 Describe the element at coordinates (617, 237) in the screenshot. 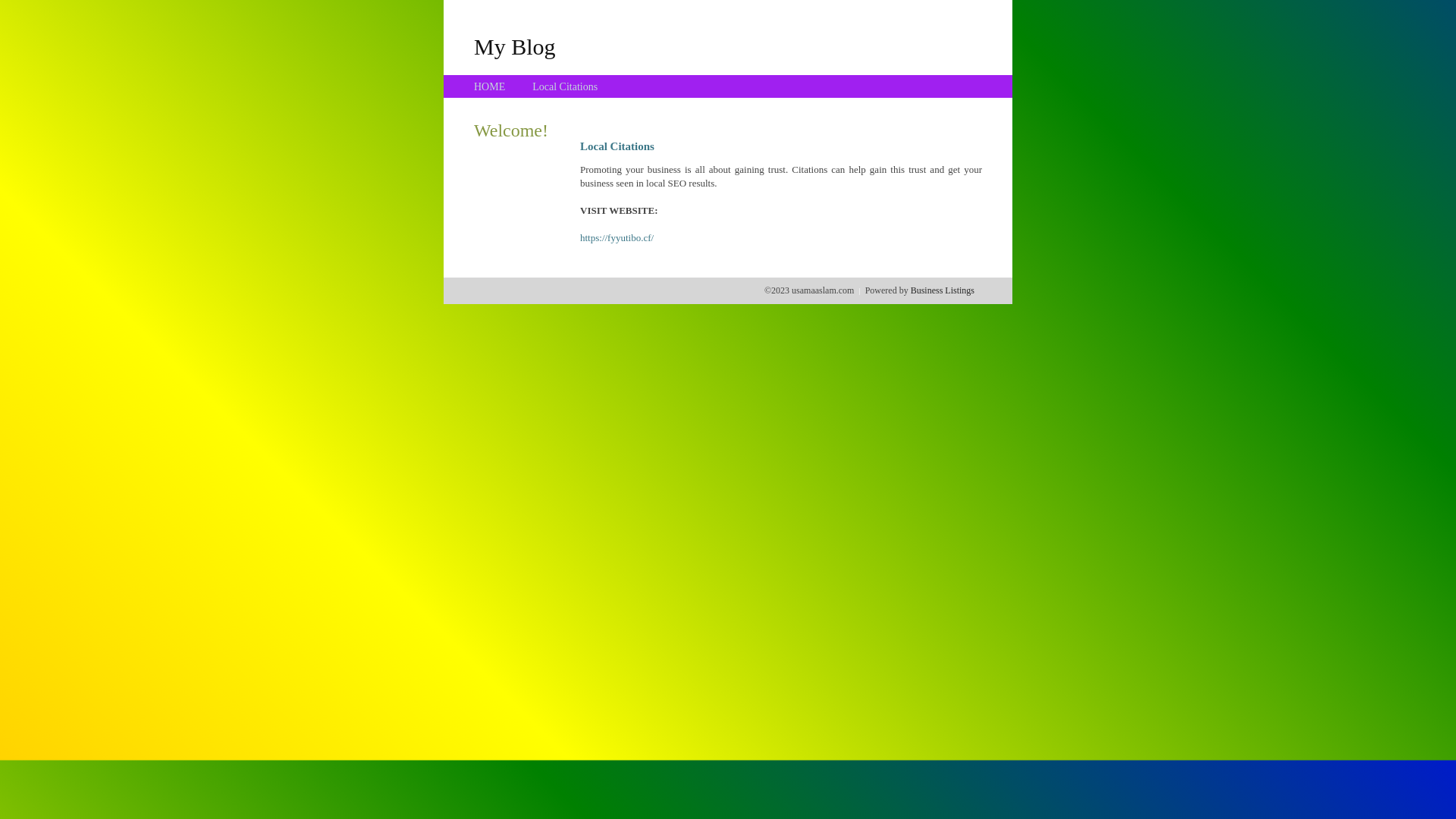

I see `'https://fyyutibo.cf/'` at that location.